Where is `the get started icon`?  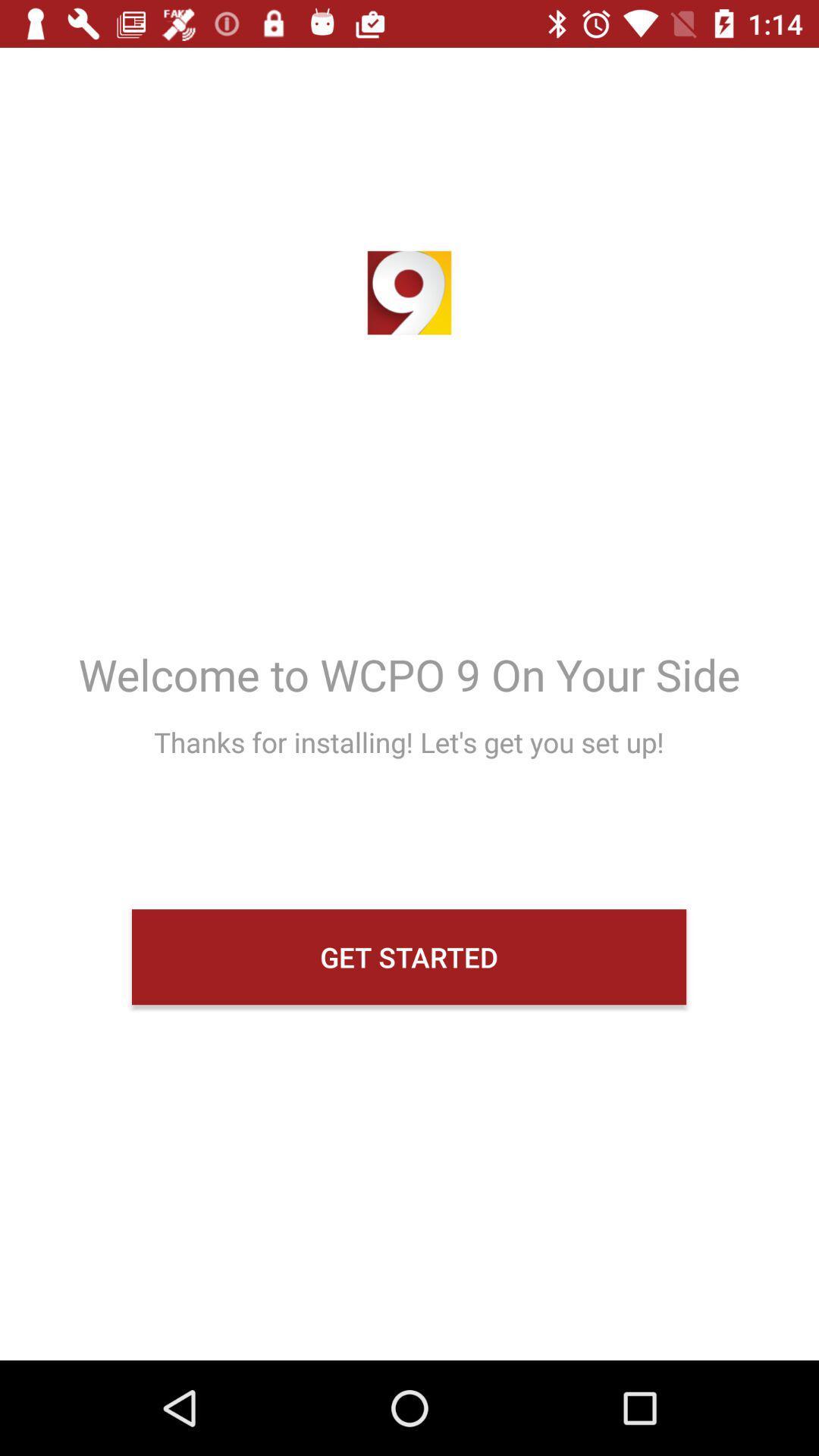 the get started icon is located at coordinates (408, 956).